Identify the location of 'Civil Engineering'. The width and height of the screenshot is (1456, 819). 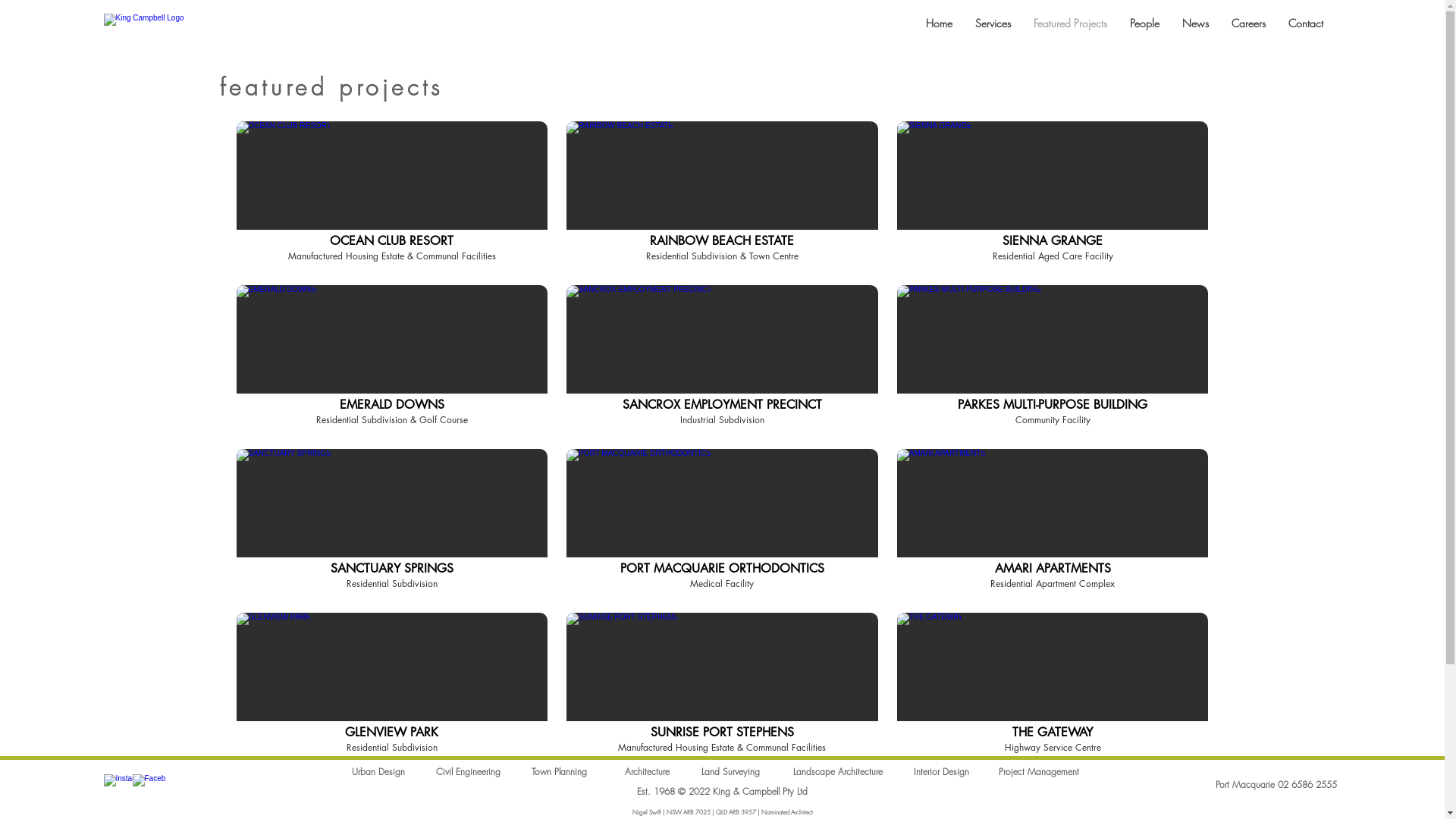
(466, 771).